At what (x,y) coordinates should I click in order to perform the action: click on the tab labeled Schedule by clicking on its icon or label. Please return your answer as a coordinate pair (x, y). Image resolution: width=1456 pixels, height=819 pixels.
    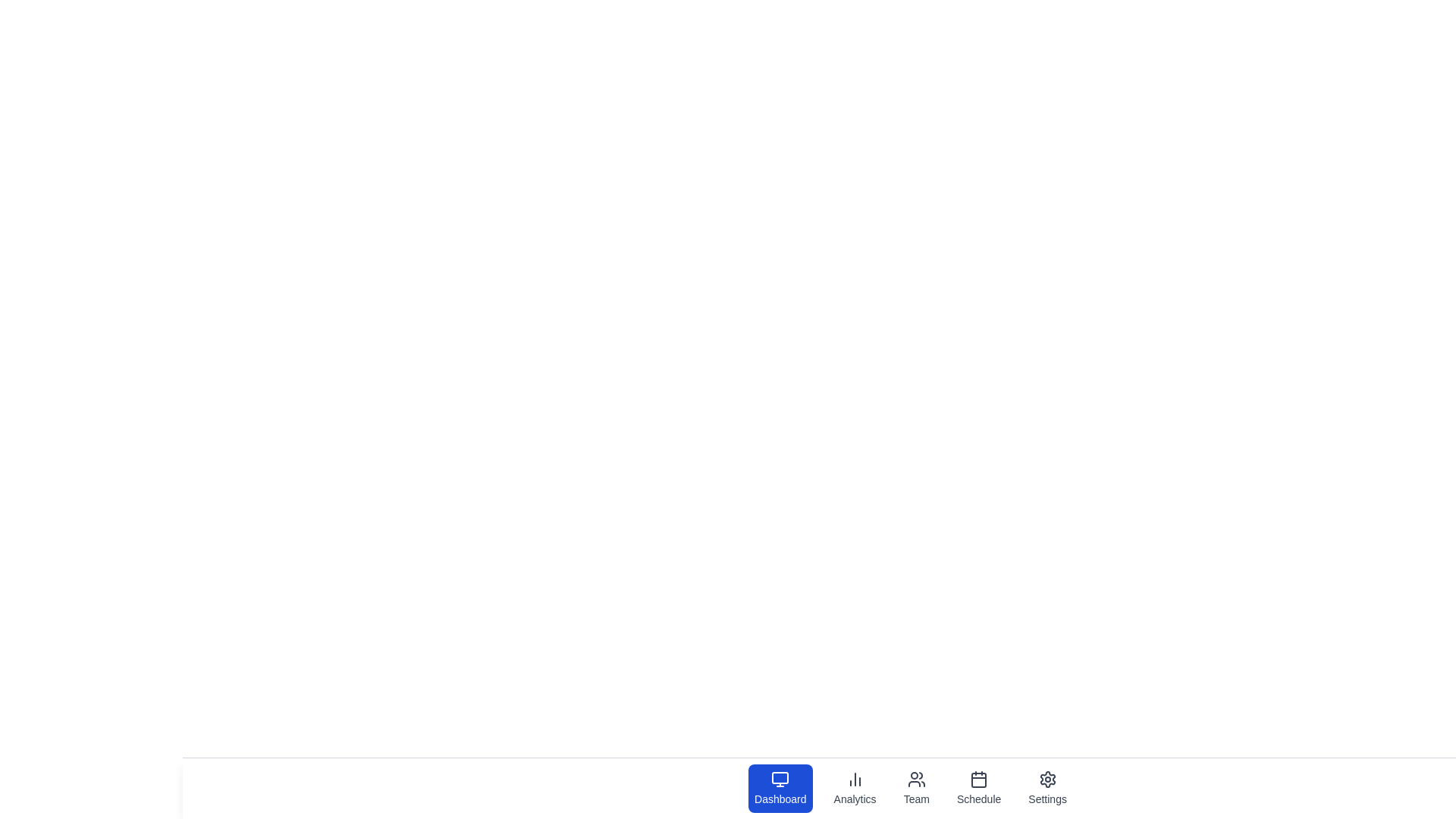
    Looking at the image, I should click on (979, 788).